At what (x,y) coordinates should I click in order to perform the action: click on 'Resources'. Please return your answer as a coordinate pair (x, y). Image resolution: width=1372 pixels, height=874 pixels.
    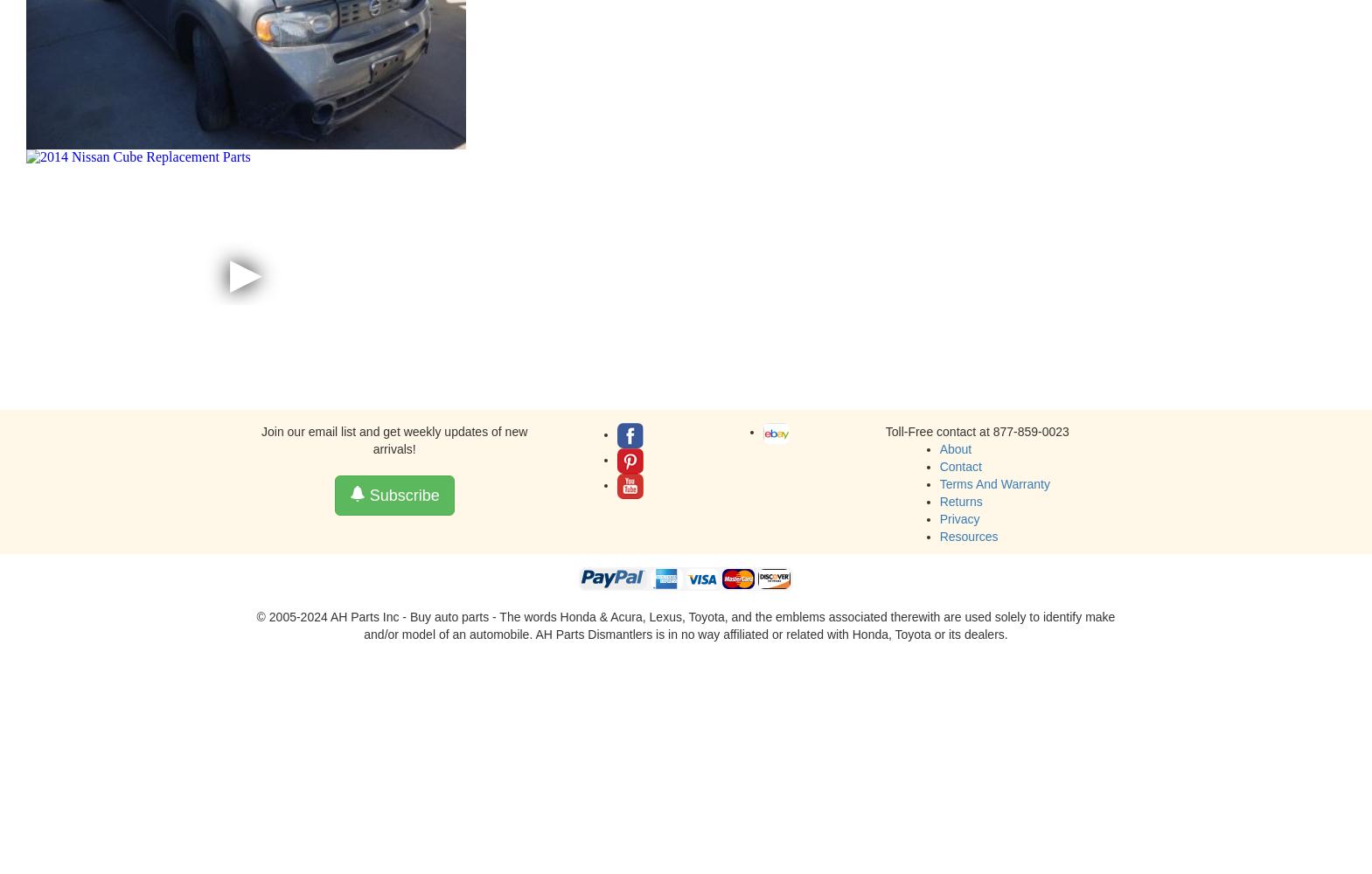
    Looking at the image, I should click on (968, 535).